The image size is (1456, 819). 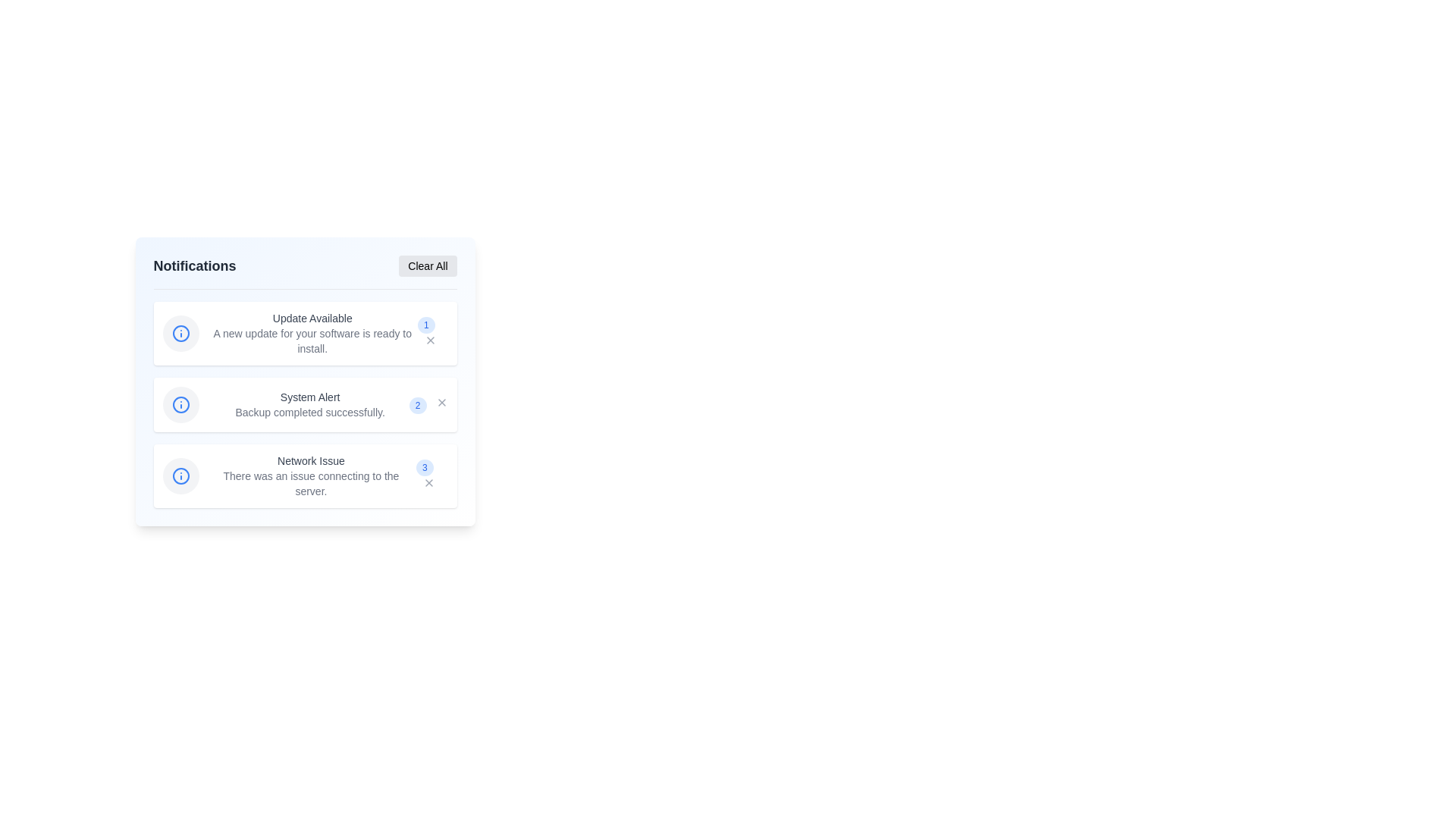 What do you see at coordinates (180, 332) in the screenshot?
I see `the Circular icon button located to the left of the 'Update Available' notification title` at bounding box center [180, 332].